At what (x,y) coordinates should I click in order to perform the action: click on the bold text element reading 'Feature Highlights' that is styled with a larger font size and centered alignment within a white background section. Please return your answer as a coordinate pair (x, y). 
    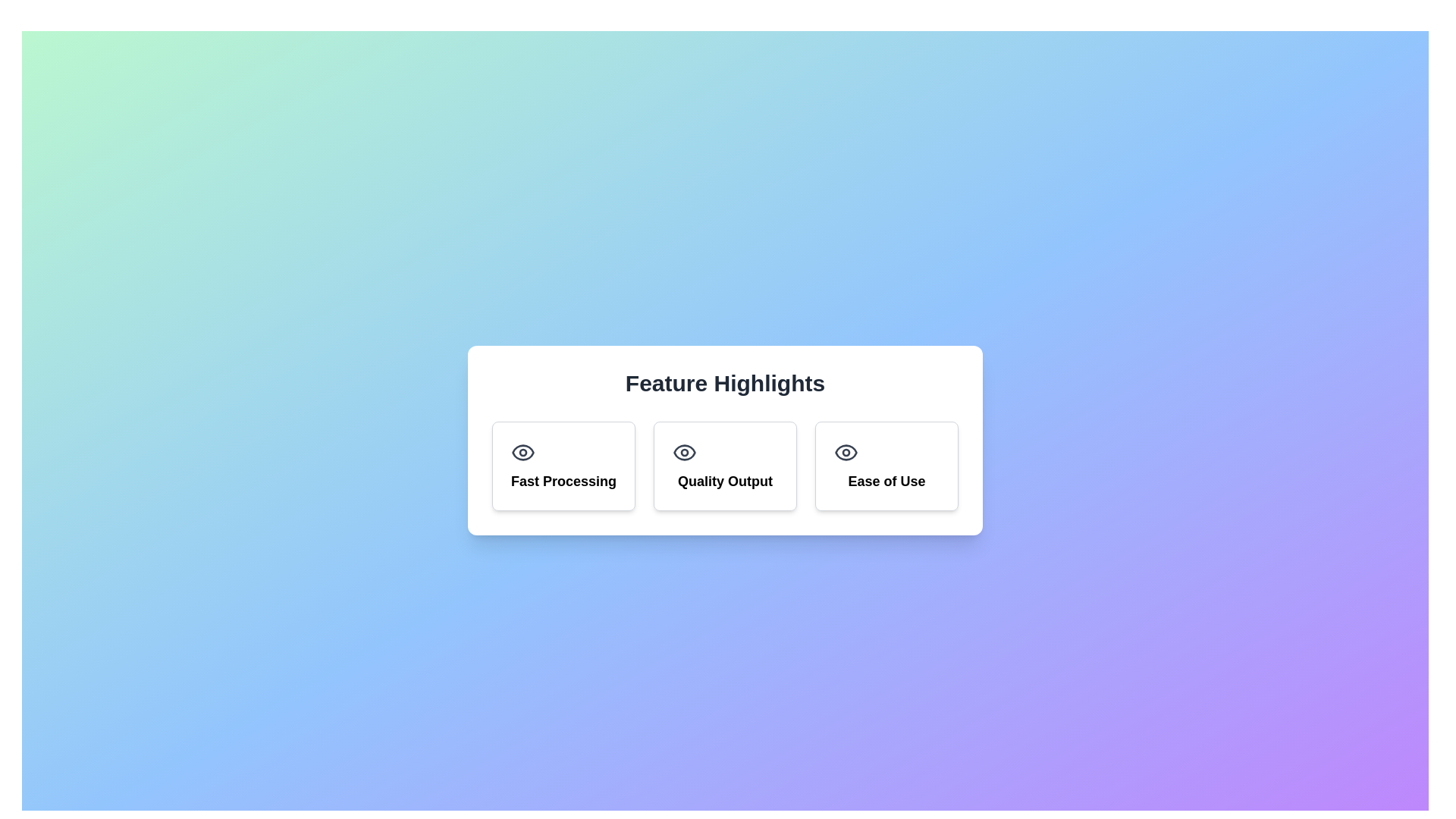
    Looking at the image, I should click on (724, 382).